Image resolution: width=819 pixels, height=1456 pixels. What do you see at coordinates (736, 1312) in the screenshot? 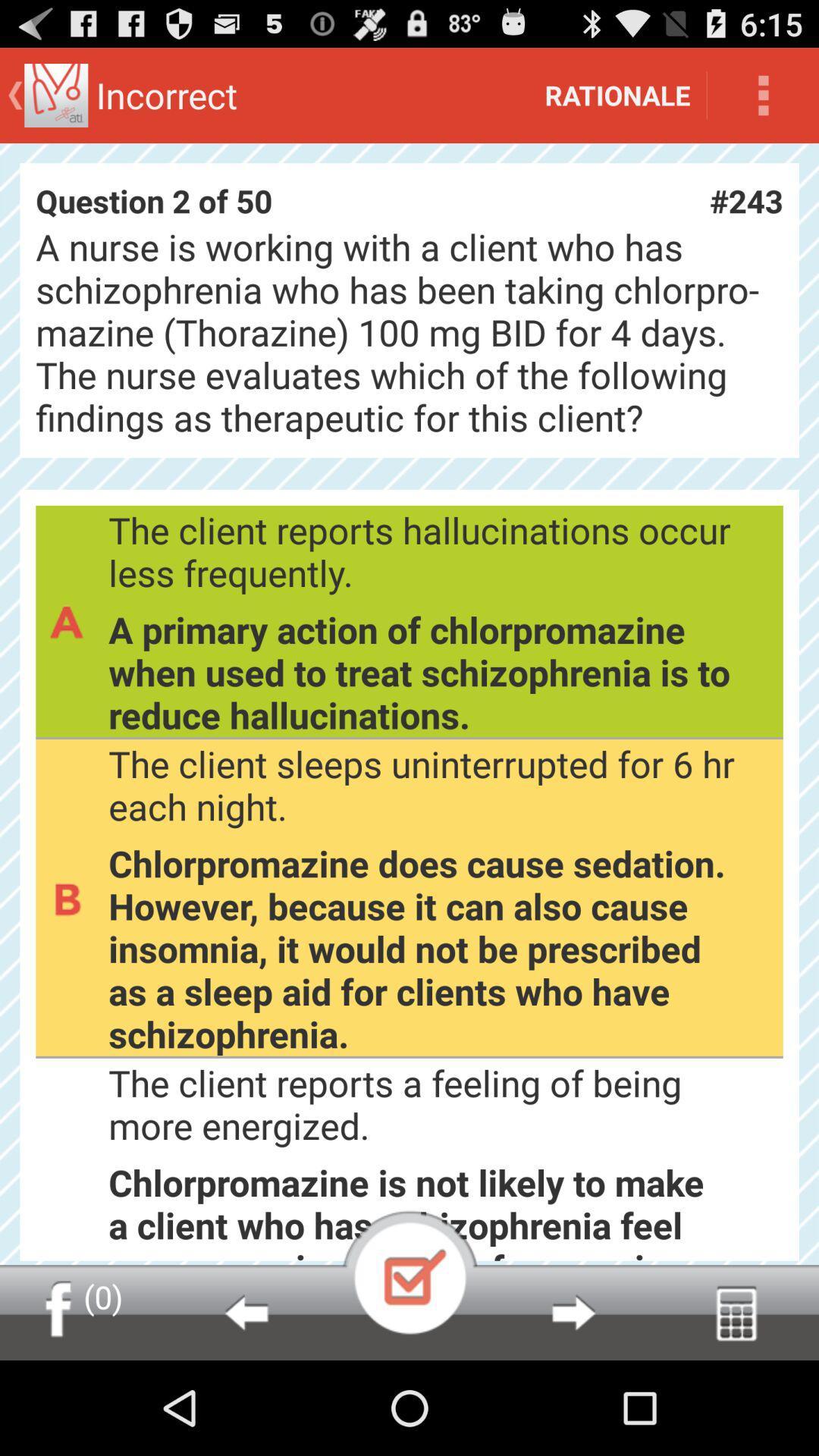
I see `icon below chlorpromazine is not icon` at bounding box center [736, 1312].